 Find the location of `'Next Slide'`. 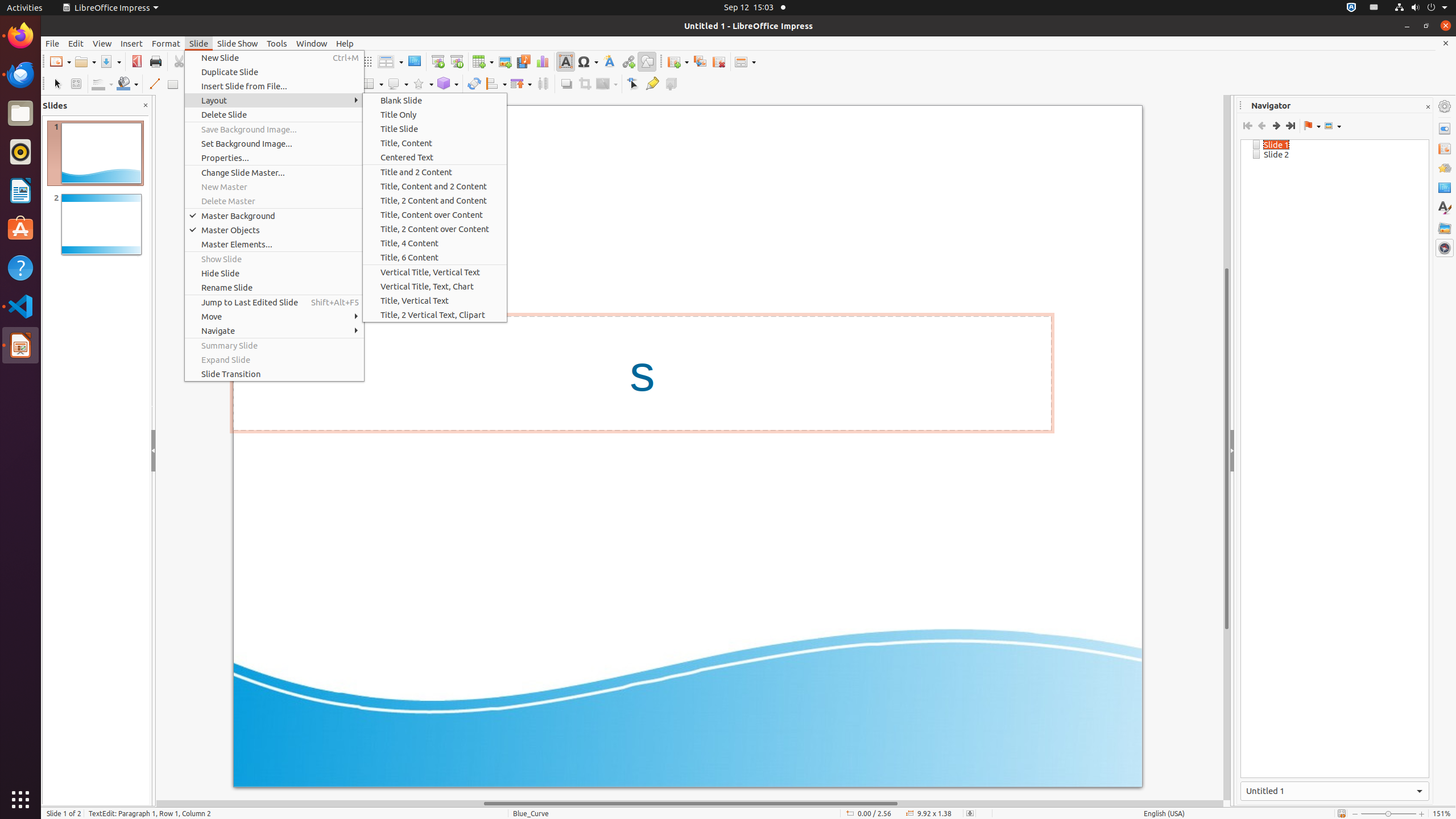

'Next Slide' is located at coordinates (1275, 126).